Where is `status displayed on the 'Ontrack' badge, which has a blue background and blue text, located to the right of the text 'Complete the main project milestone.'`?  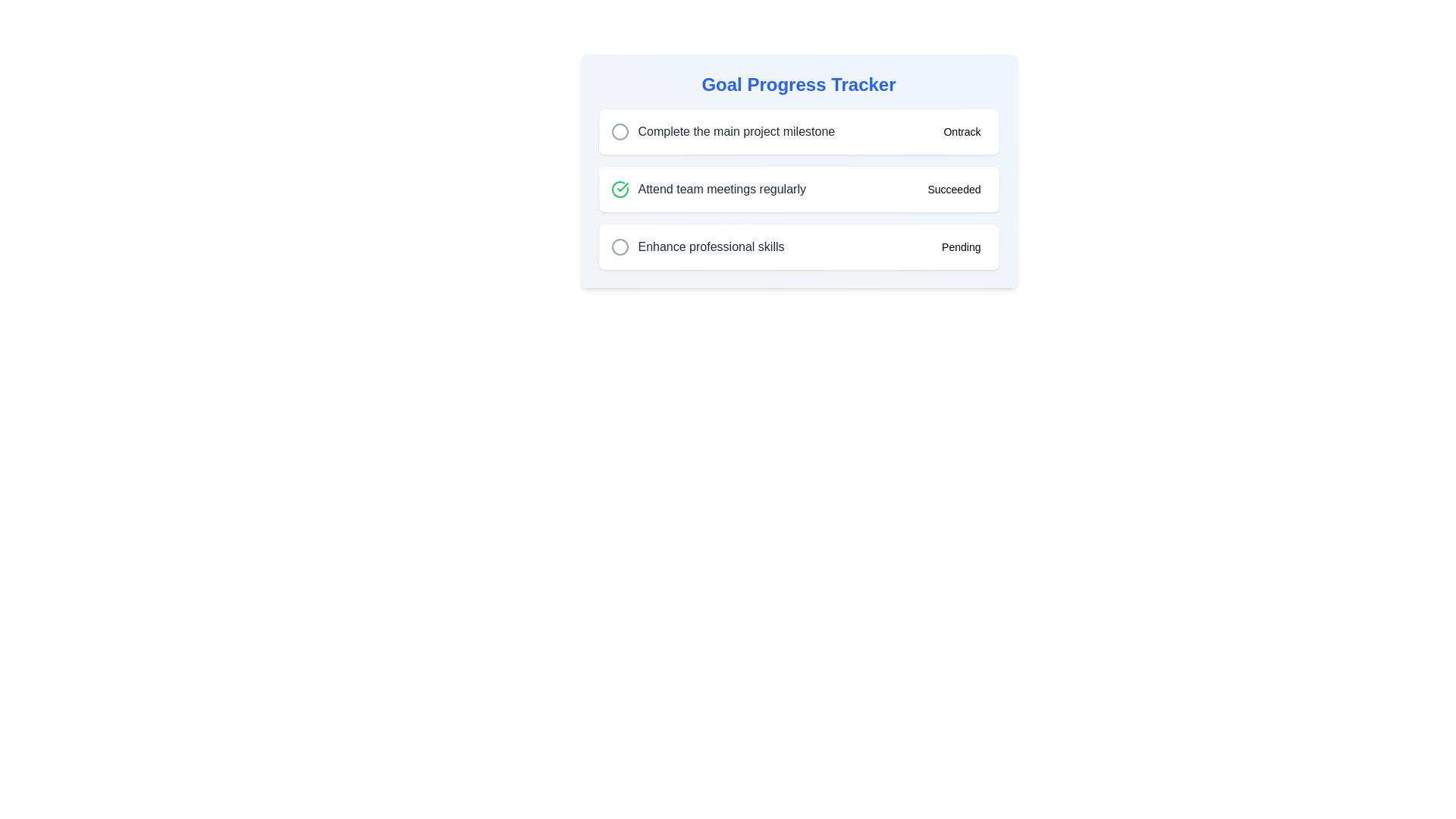 status displayed on the 'Ontrack' badge, which has a blue background and blue text, located to the right of the text 'Complete the main project milestone.' is located at coordinates (961, 130).